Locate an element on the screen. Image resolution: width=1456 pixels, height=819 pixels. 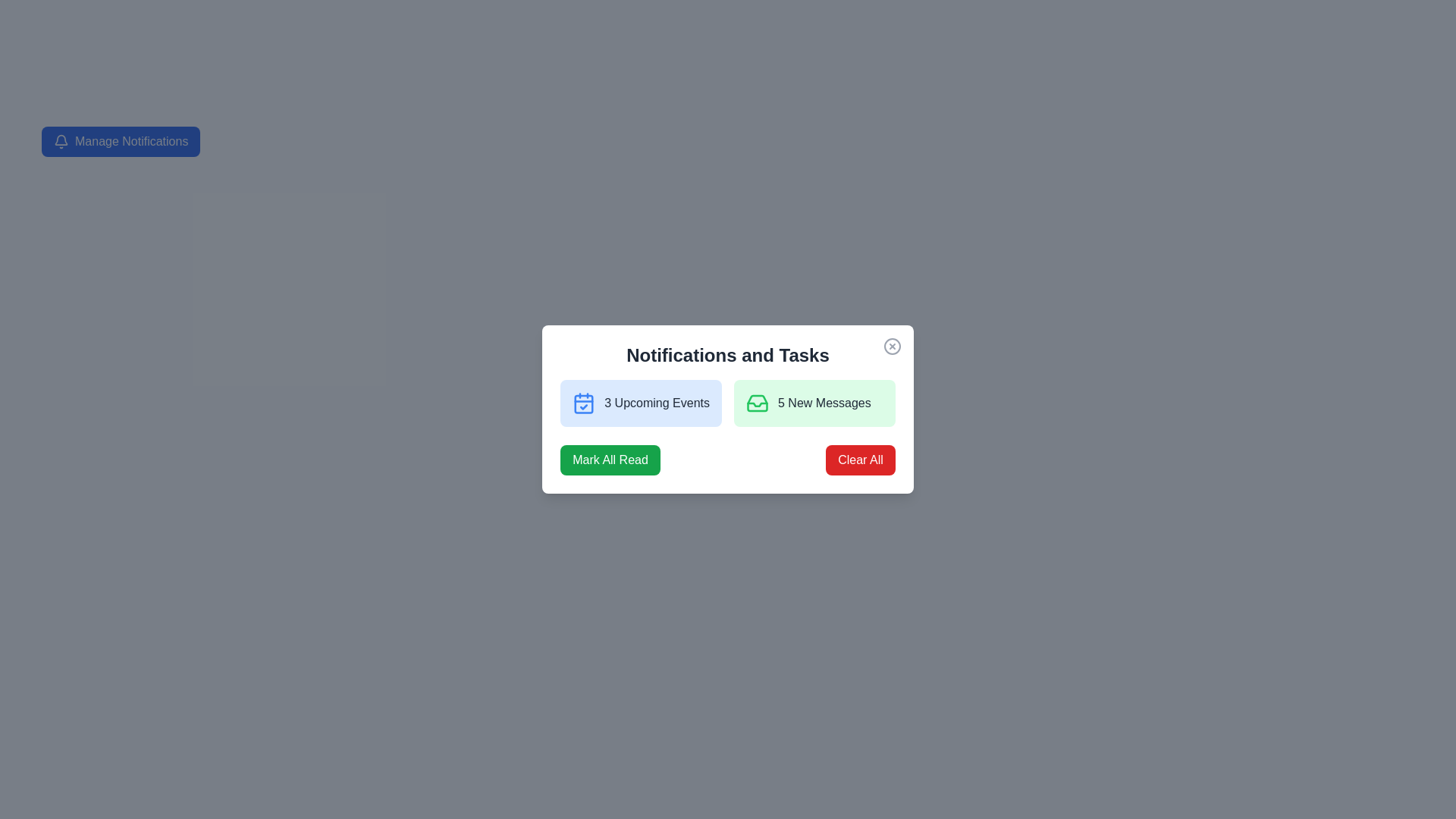
the calendar icon with a checkmark, which is blue and placed to the left of the text '3 Upcoming Events' in the notification section of the 'Notifications and Tasks' card is located at coordinates (583, 403).